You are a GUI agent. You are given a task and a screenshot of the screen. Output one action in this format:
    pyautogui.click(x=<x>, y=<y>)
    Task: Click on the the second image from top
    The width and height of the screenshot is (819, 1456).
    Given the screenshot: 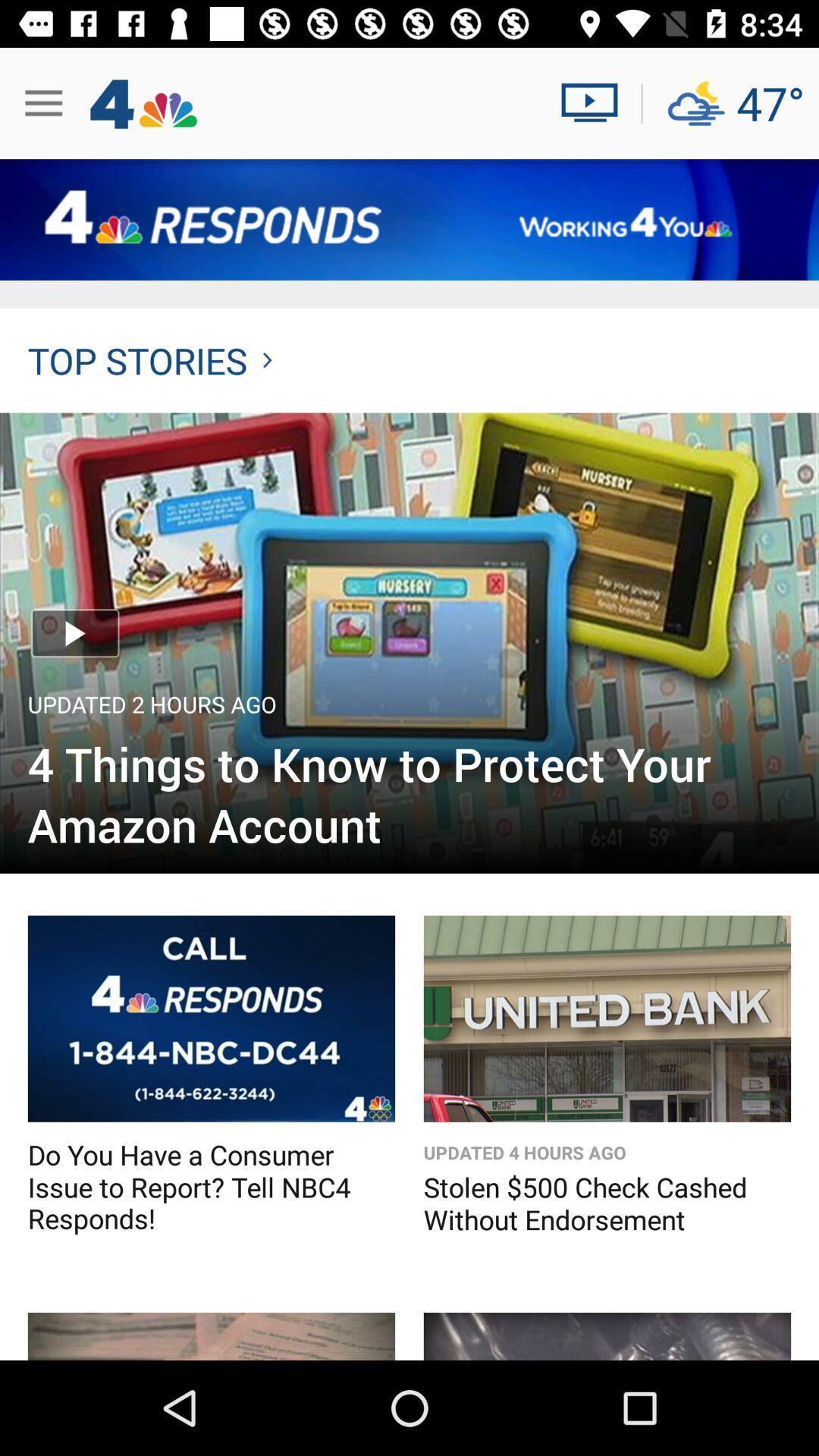 What is the action you would take?
    pyautogui.click(x=211, y=1019)
    